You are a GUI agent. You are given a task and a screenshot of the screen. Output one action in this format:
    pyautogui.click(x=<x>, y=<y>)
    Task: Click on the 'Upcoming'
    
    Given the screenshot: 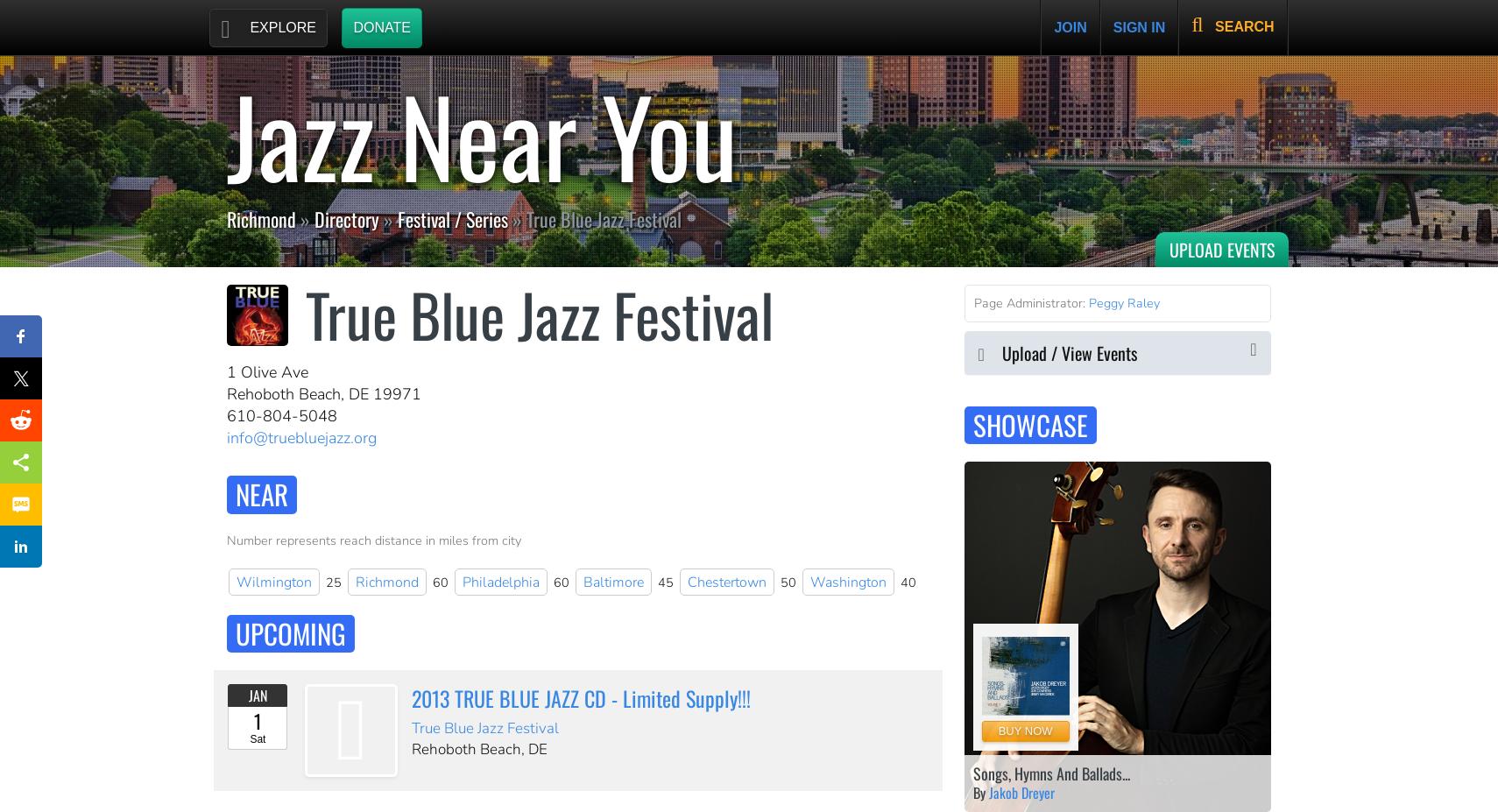 What is the action you would take?
    pyautogui.click(x=234, y=632)
    